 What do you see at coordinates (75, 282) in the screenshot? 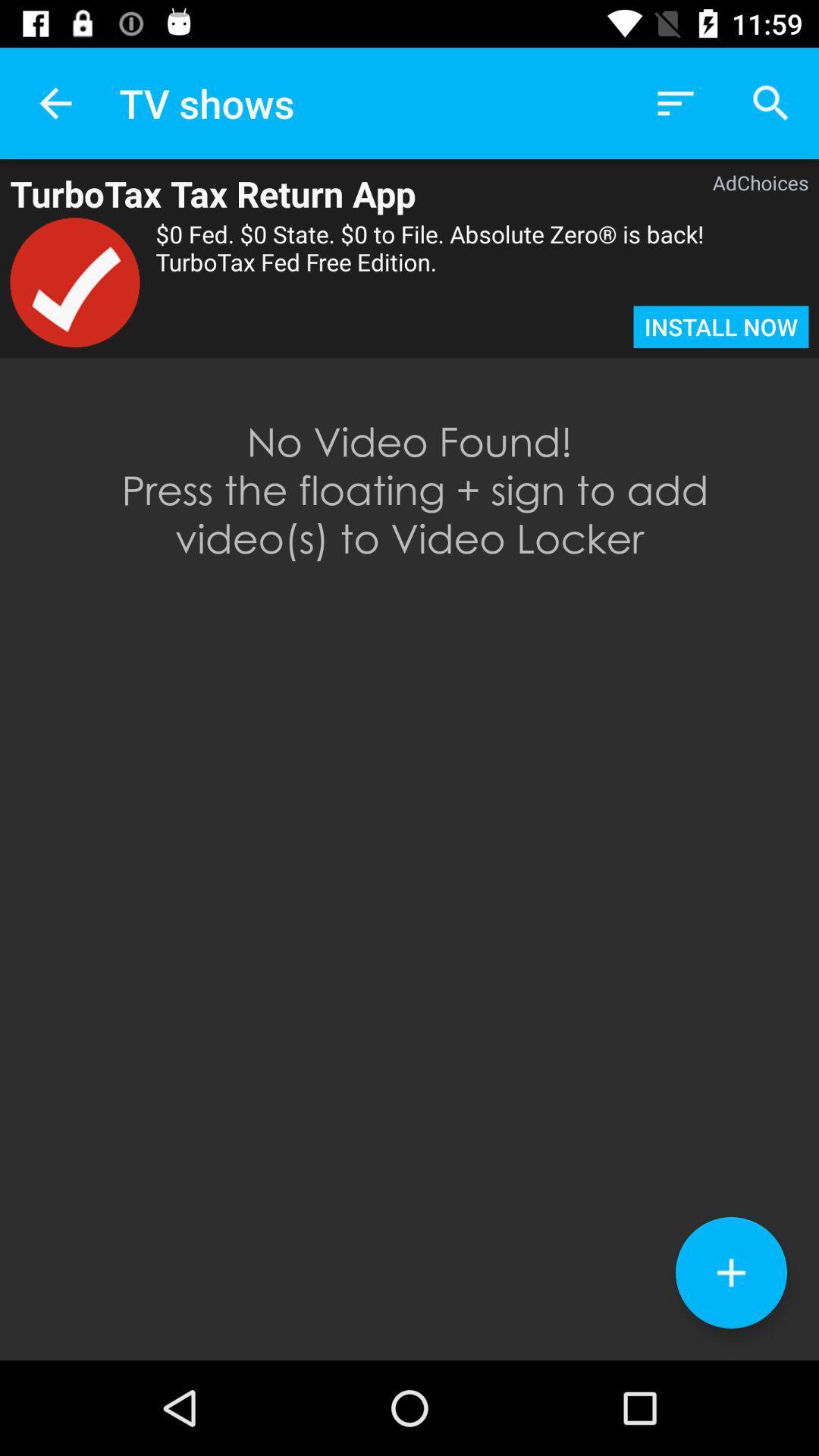
I see `the item below the turbotax tax return` at bounding box center [75, 282].